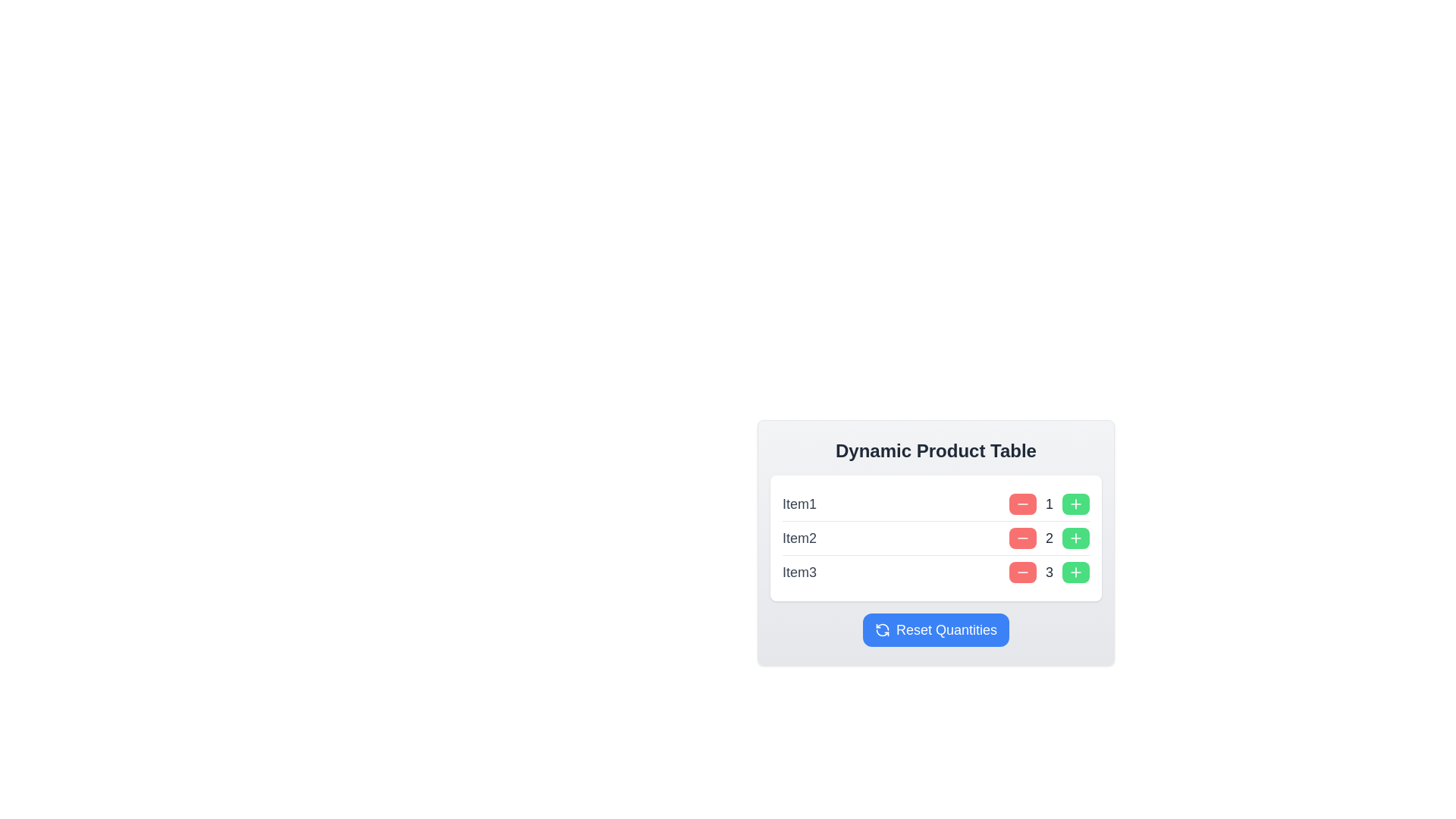 The width and height of the screenshot is (1456, 819). What do you see at coordinates (1048, 504) in the screenshot?
I see `the static text label displaying the current count in the first row of the 'Dynamic Product Table', which is centrally located between the decrement (minus) and increment (plus) buttons` at bounding box center [1048, 504].